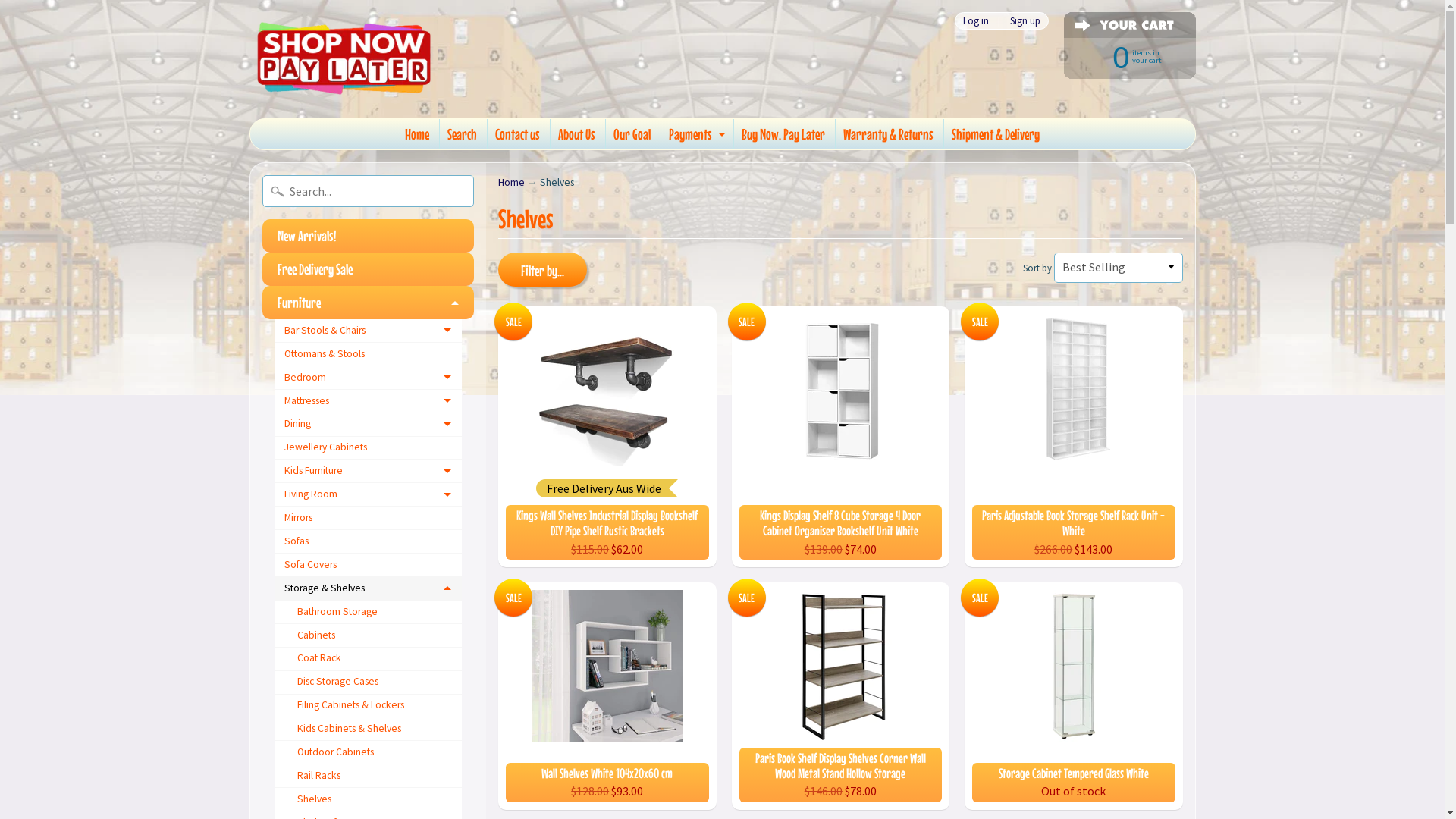 The width and height of the screenshot is (1456, 819). What do you see at coordinates (368, 635) in the screenshot?
I see `'Cabinets'` at bounding box center [368, 635].